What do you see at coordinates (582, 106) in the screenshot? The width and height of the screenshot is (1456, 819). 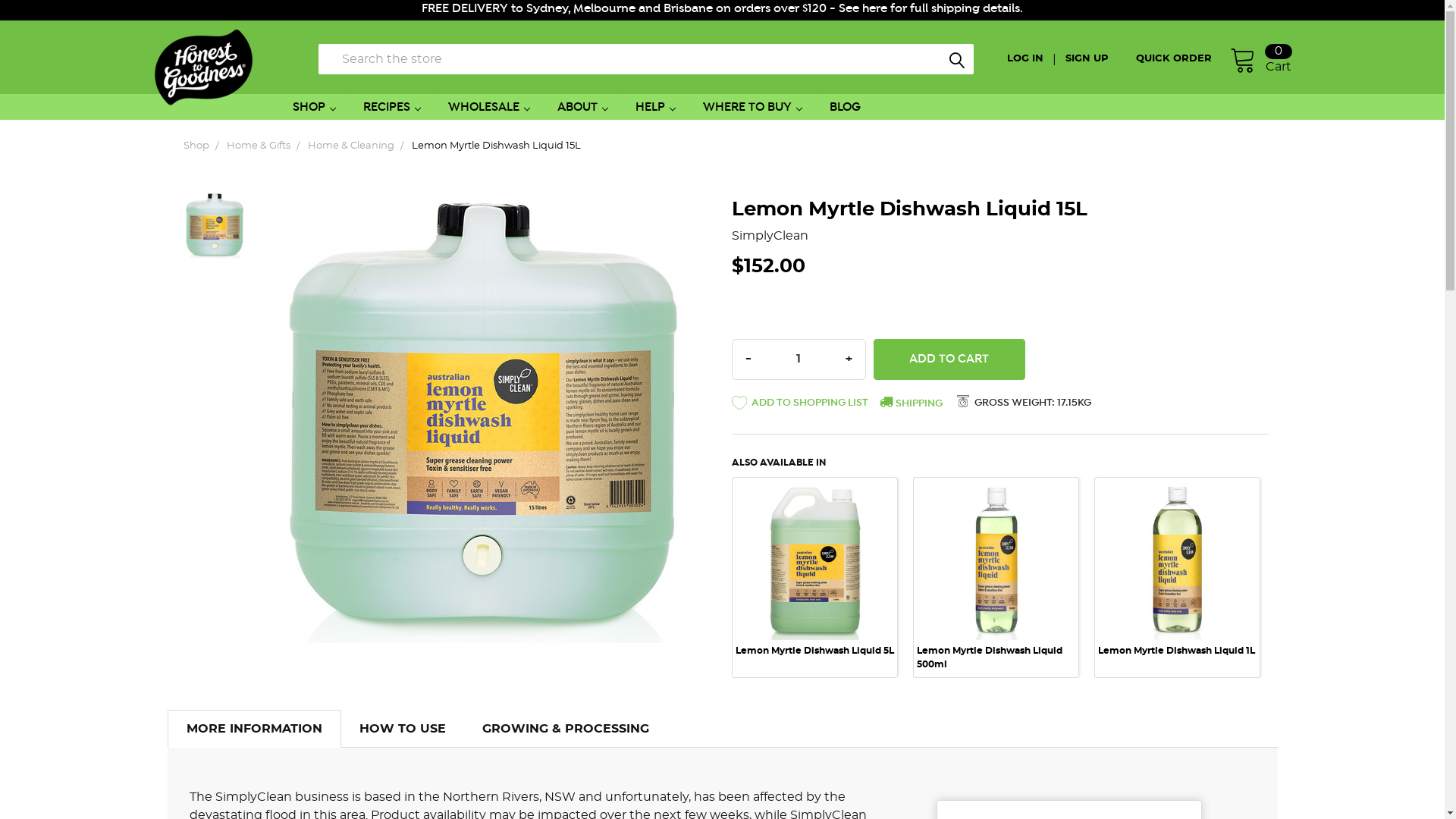 I see `'ABOUT'` at bounding box center [582, 106].